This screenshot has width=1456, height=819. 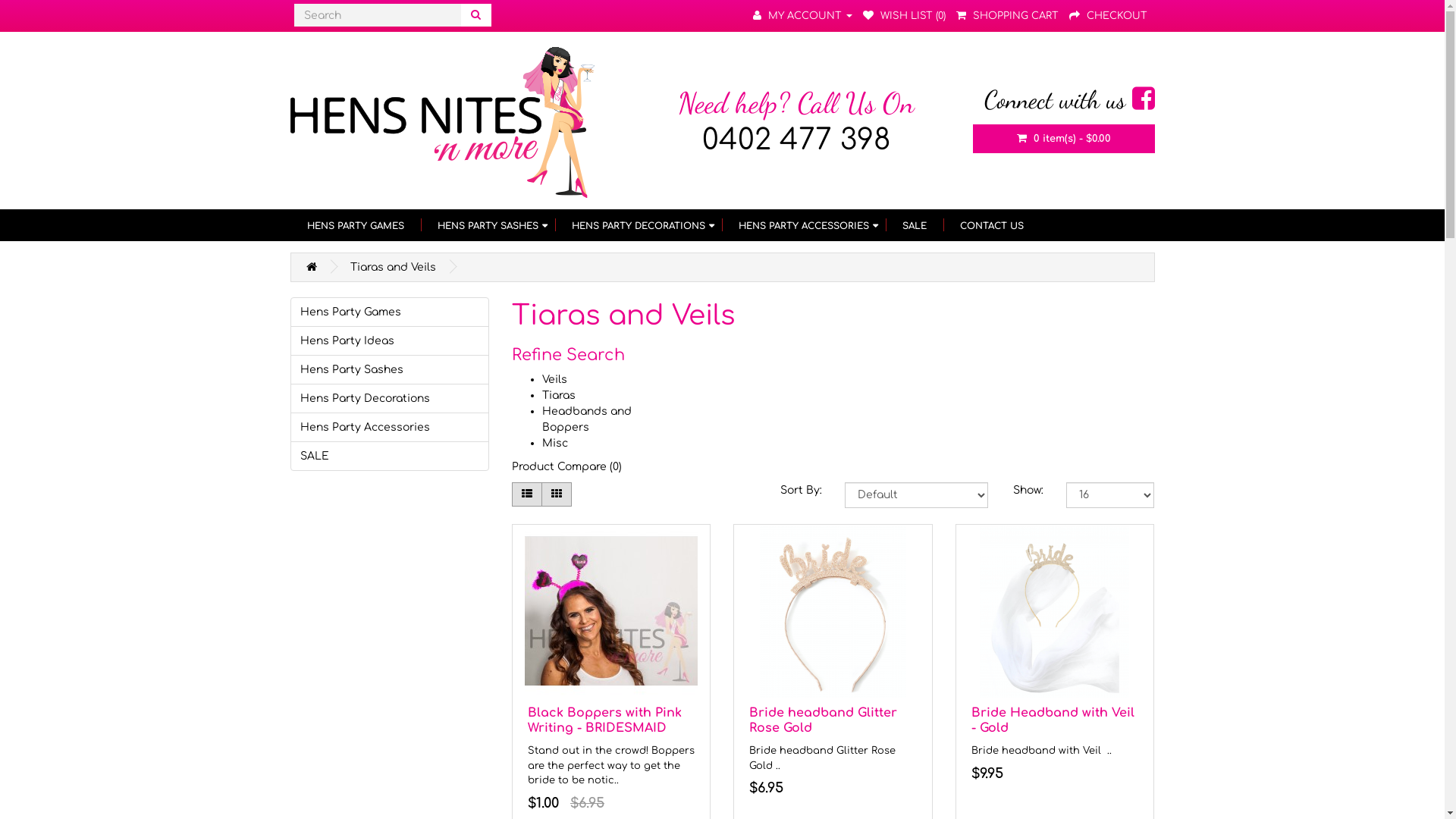 What do you see at coordinates (822, 720) in the screenshot?
I see `'Bride headband Glitter Rose Gold'` at bounding box center [822, 720].